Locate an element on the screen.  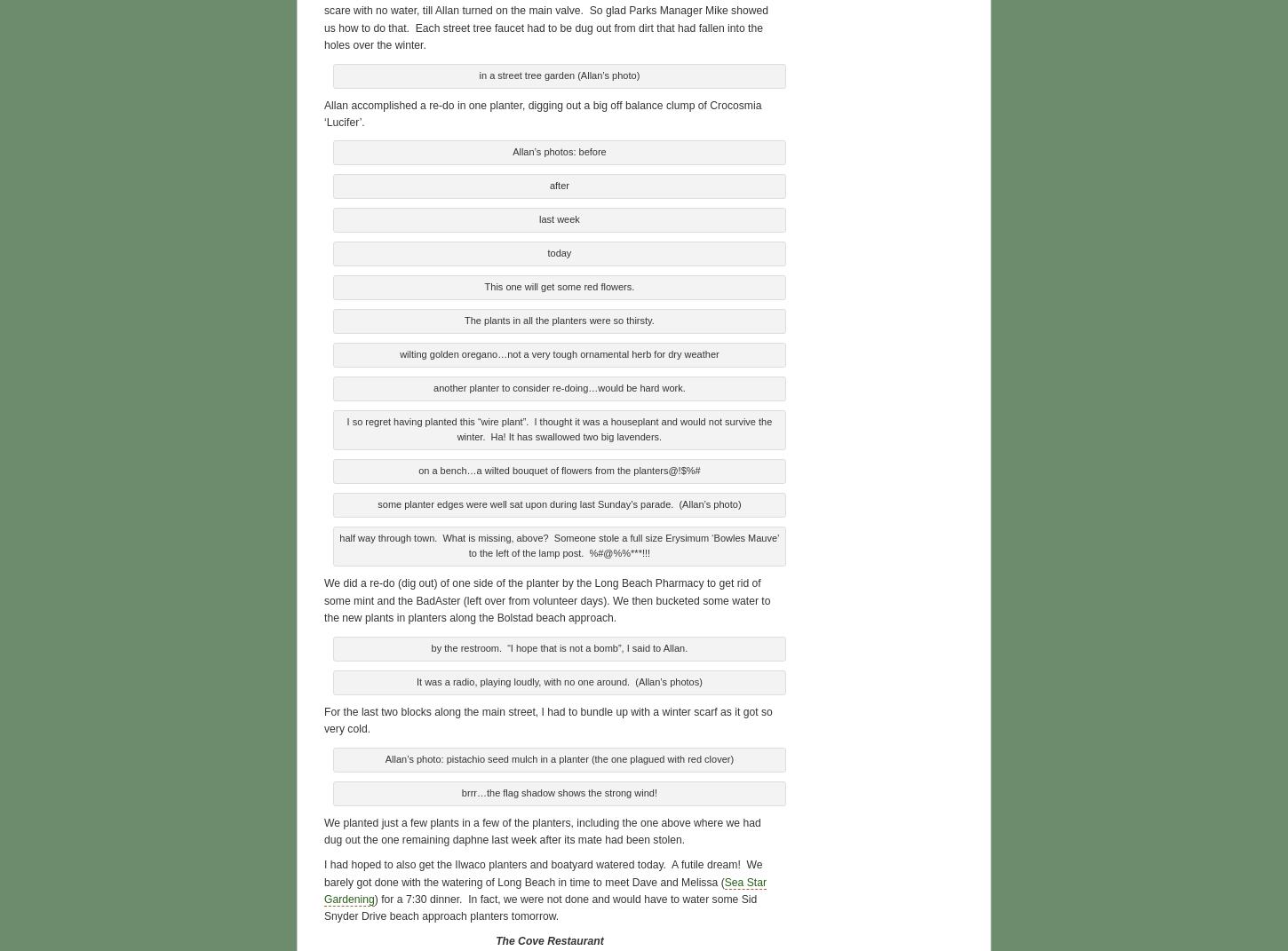
'brrr…the flag shadow shows the strong wind!' is located at coordinates (558, 790).